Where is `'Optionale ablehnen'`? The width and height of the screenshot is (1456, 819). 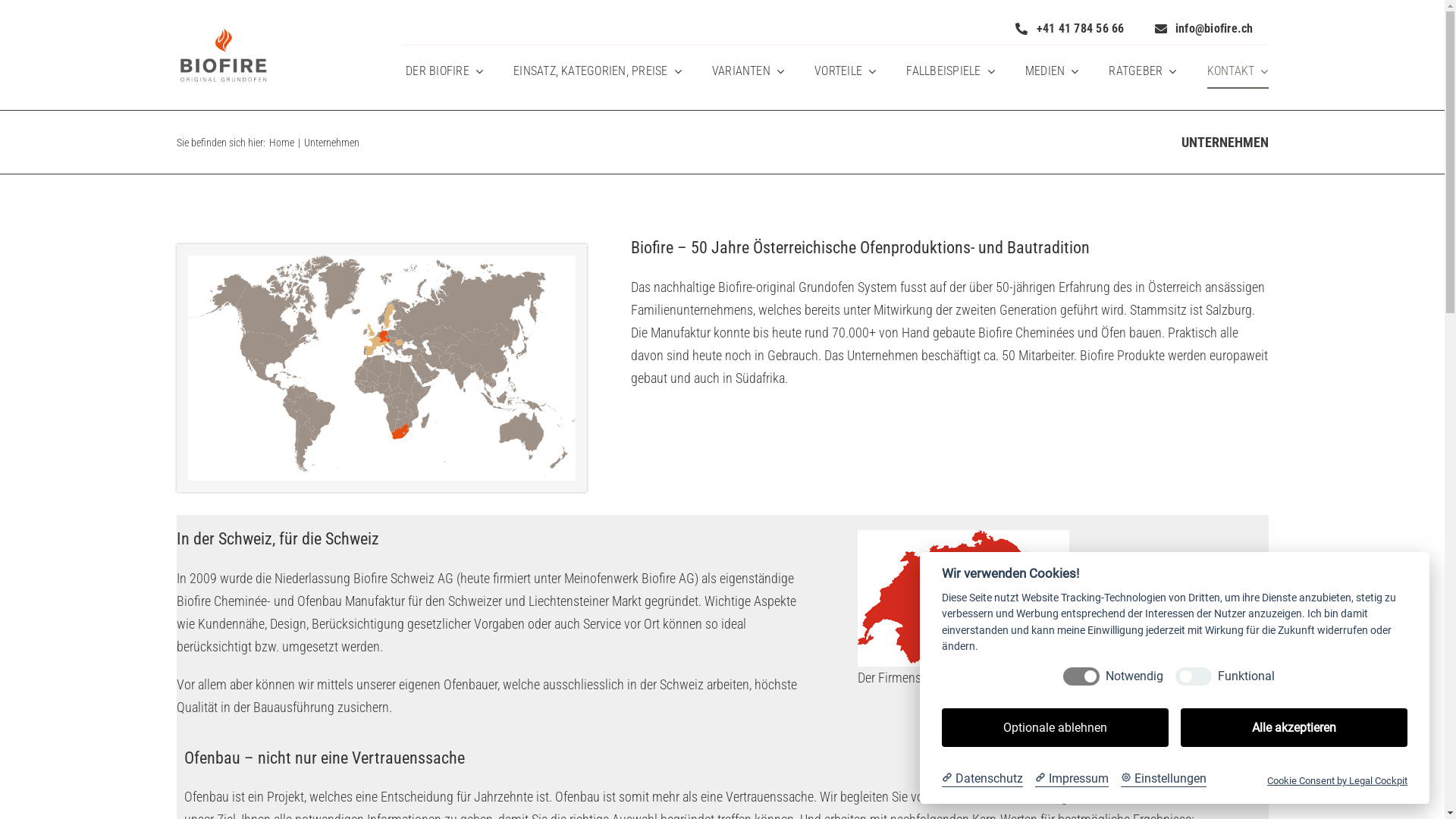 'Optionale ablehnen' is located at coordinates (1054, 726).